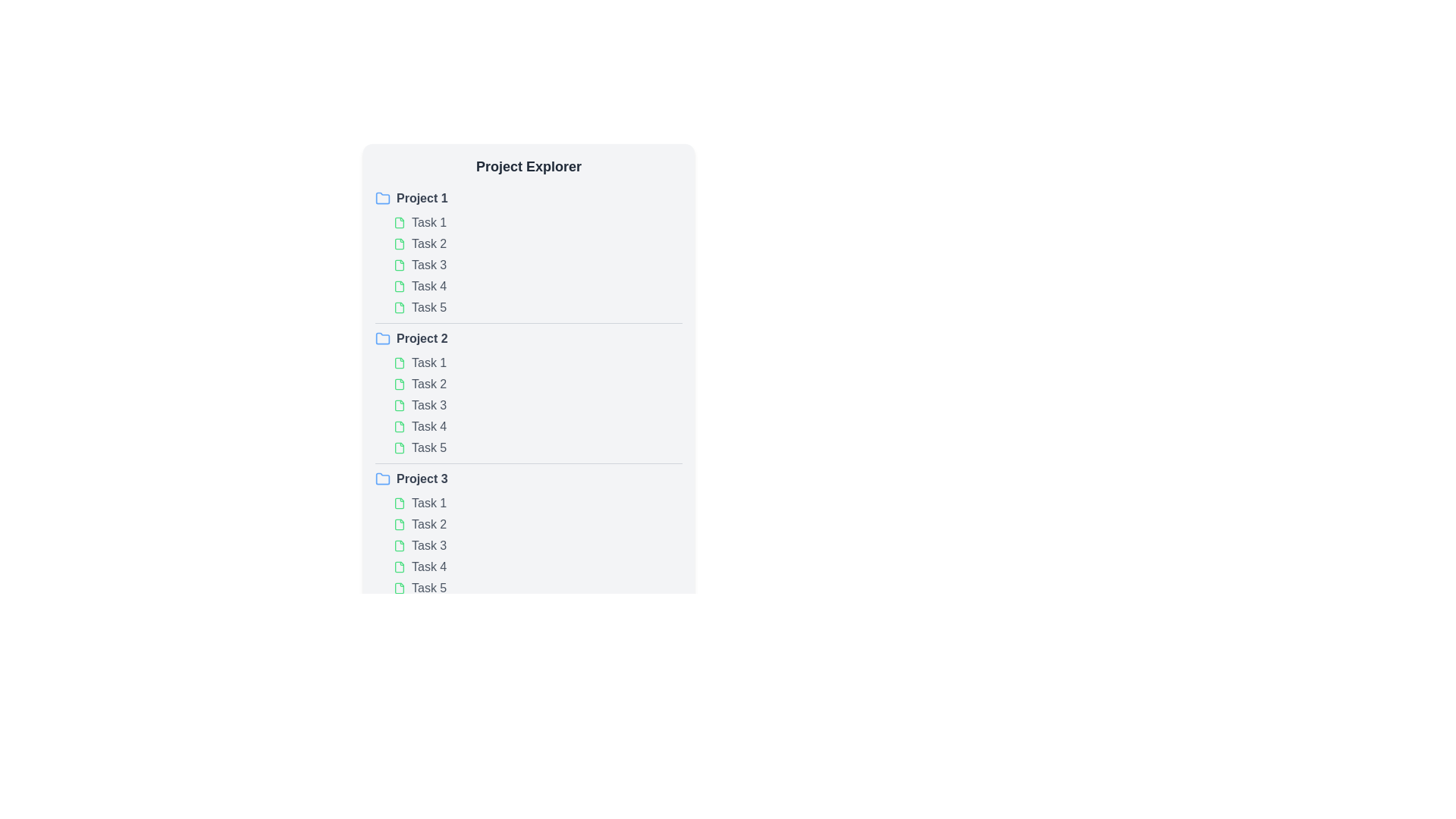 Image resolution: width=1456 pixels, height=819 pixels. Describe the element at coordinates (428, 362) in the screenshot. I see `the text label displaying 'Task 1' in gray font, located in the 'Project 2' section of the task hierarchy` at that location.